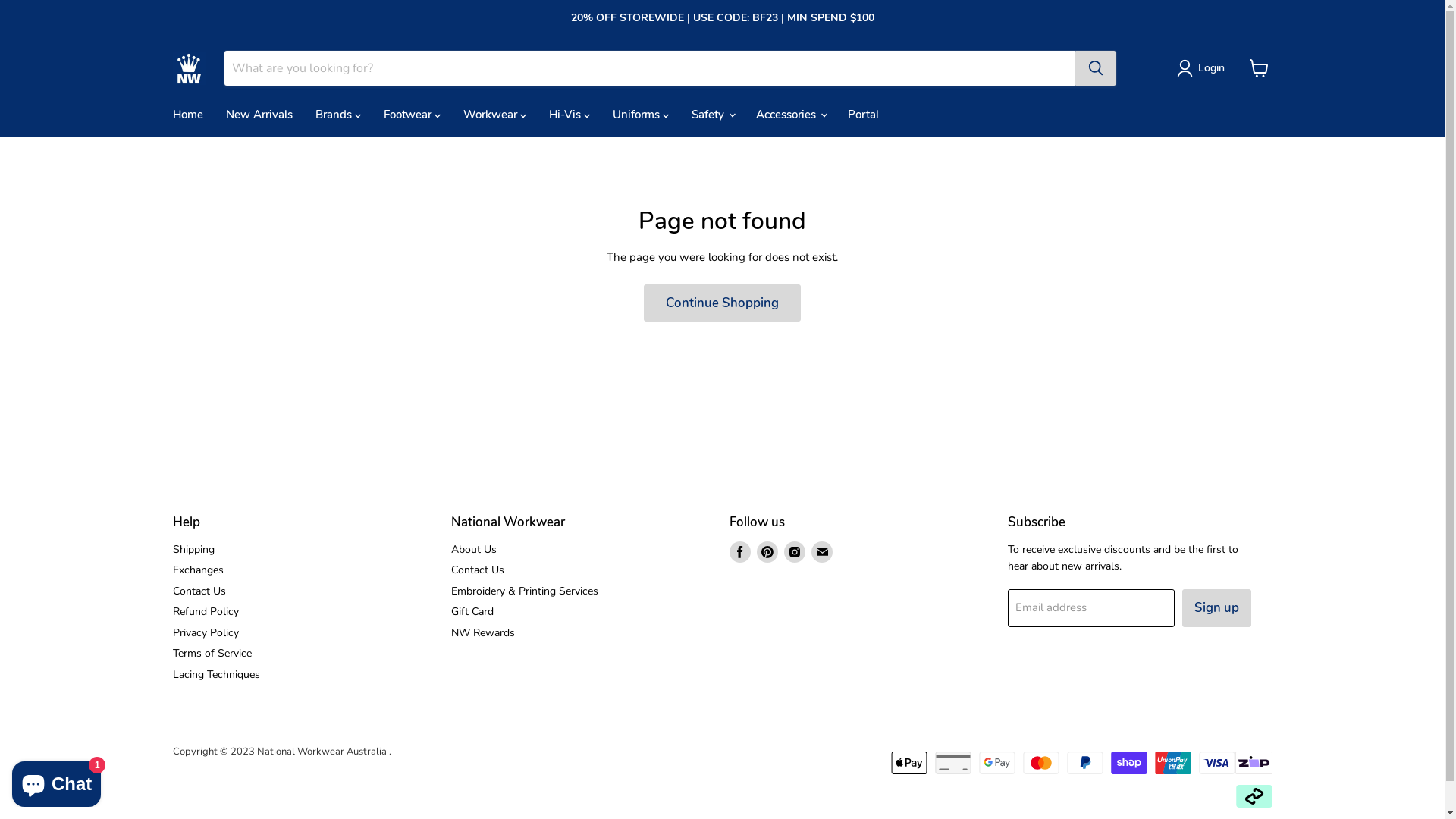 The width and height of the screenshot is (1456, 819). What do you see at coordinates (215, 673) in the screenshot?
I see `'Lacing Techniques'` at bounding box center [215, 673].